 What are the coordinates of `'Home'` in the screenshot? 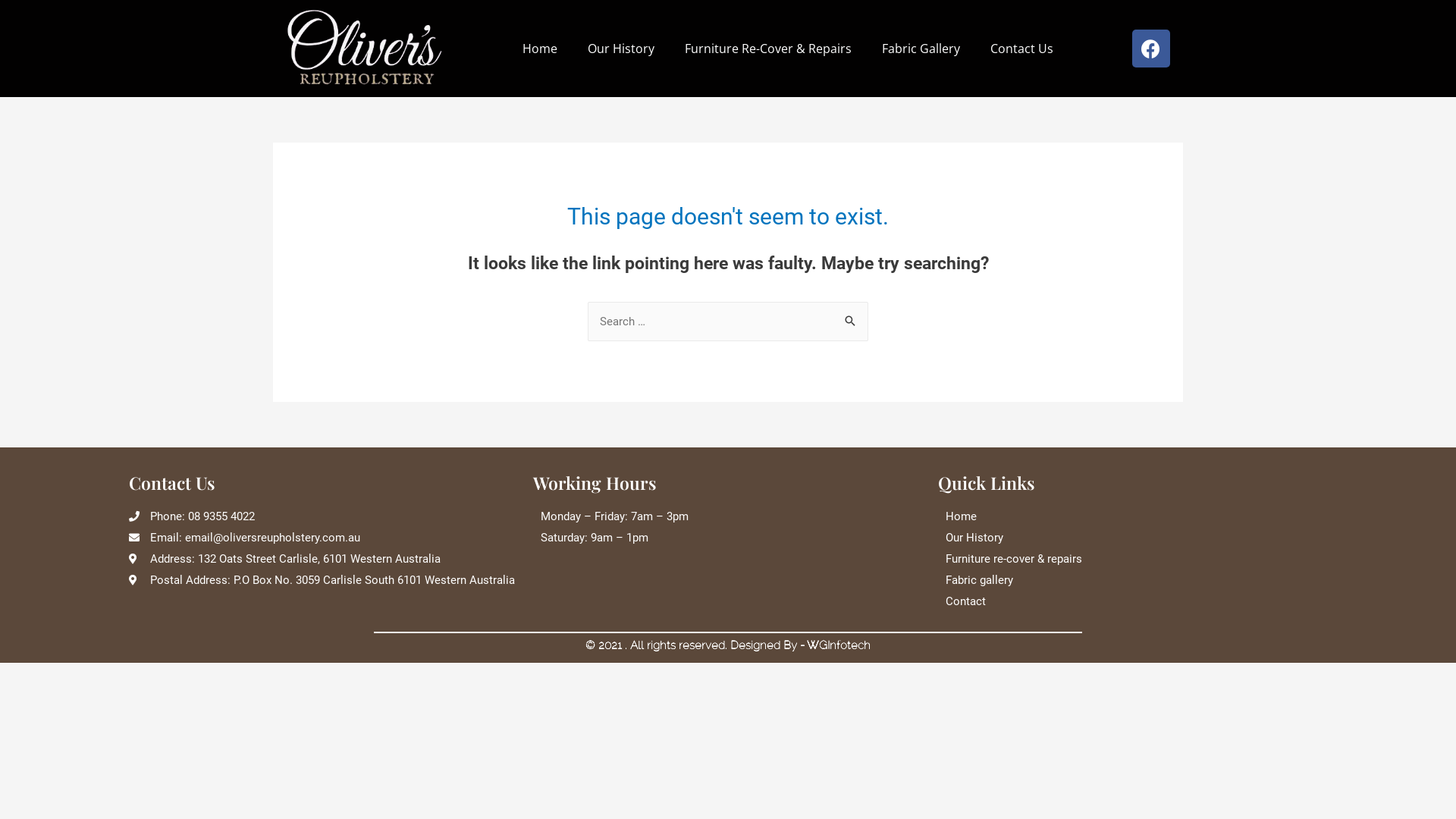 It's located at (539, 48).